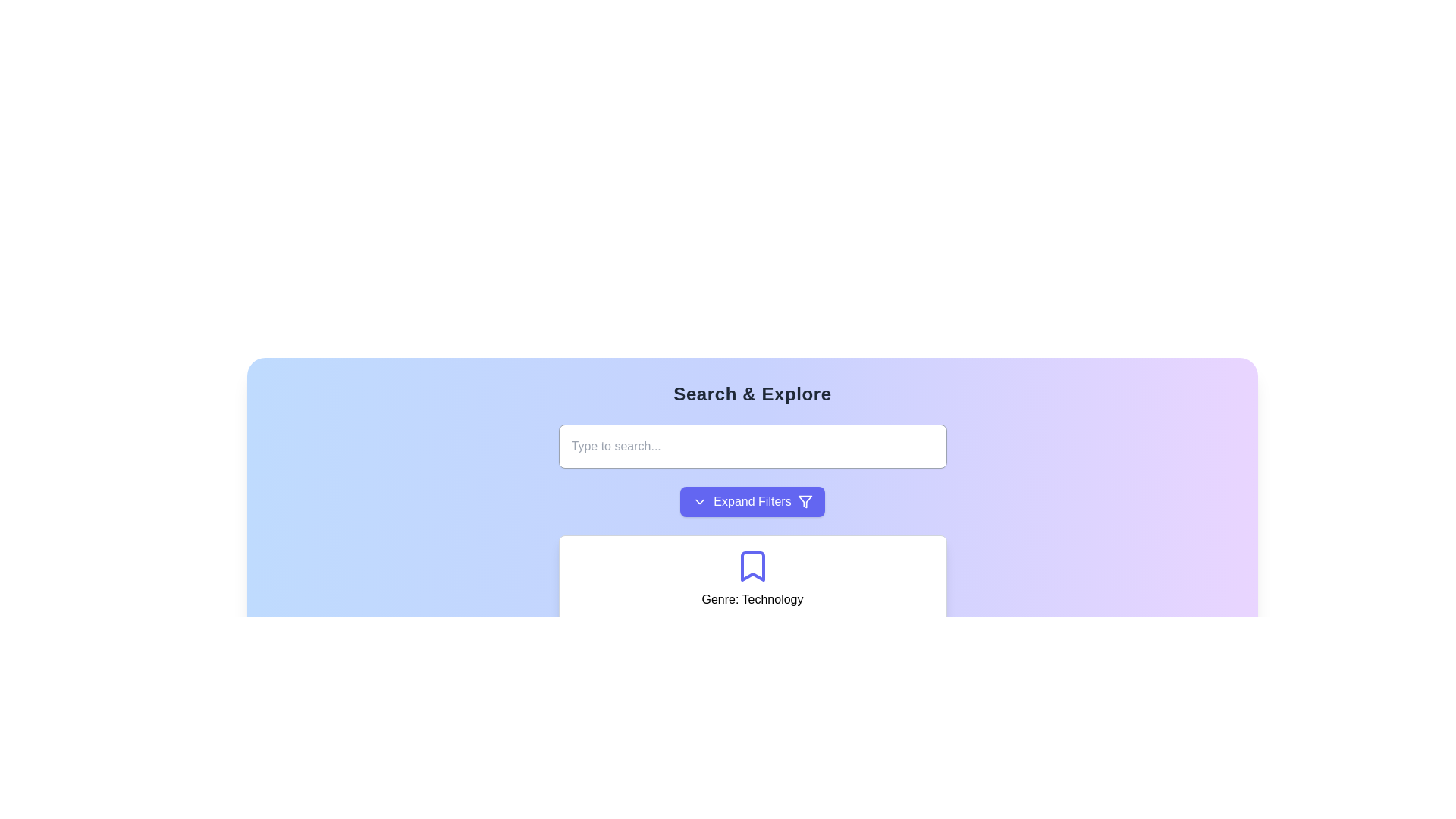 The image size is (1456, 819). What do you see at coordinates (804, 502) in the screenshot?
I see `the funnel-like filter icon located at the far right of the 'Expand Filters' button, which is styled in indigo and adjacent to the button's text label` at bounding box center [804, 502].